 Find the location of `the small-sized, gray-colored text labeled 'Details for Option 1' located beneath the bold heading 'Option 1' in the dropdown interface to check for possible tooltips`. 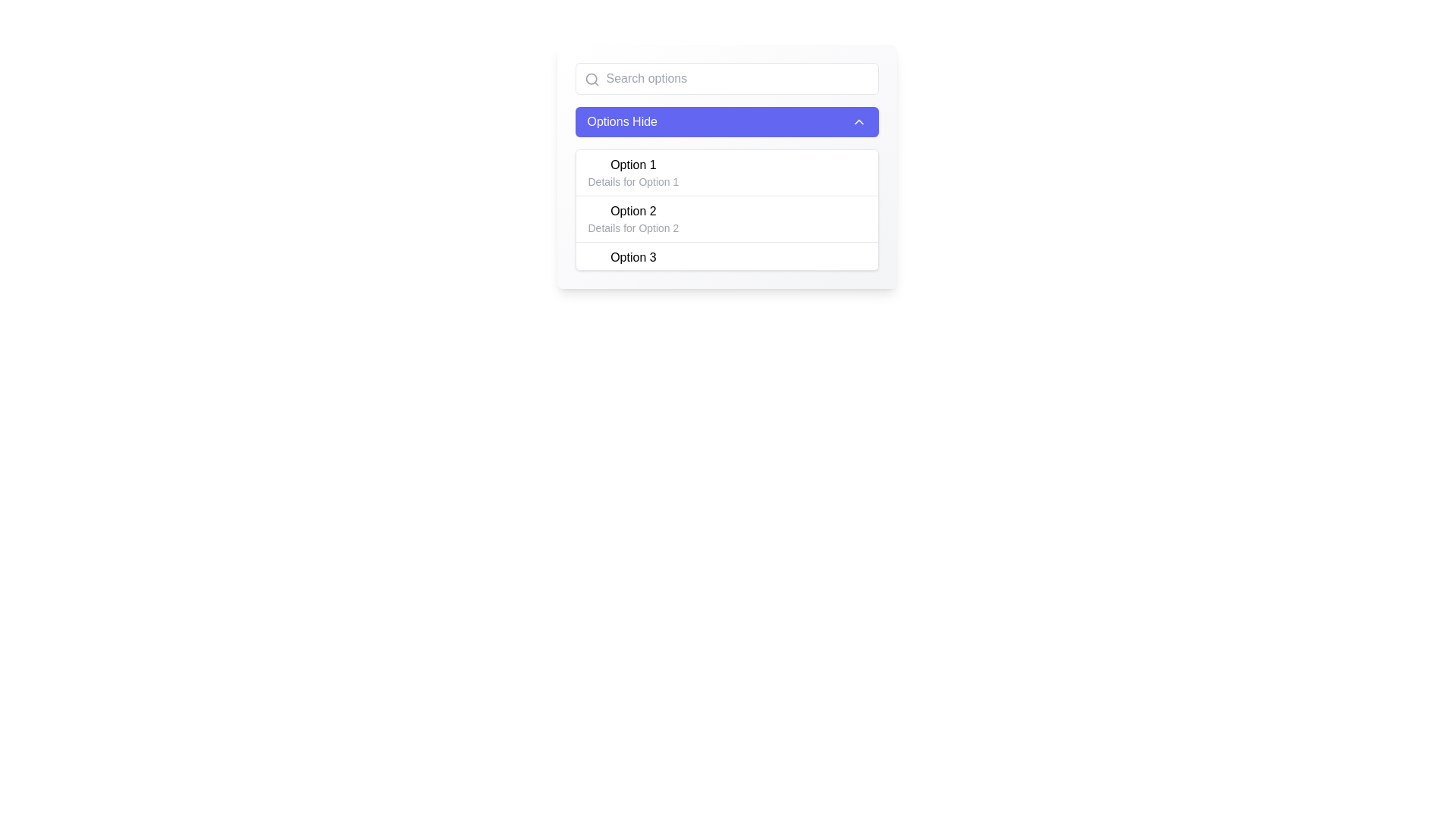

the small-sized, gray-colored text labeled 'Details for Option 1' located beneath the bold heading 'Option 1' in the dropdown interface to check for possible tooltips is located at coordinates (633, 180).